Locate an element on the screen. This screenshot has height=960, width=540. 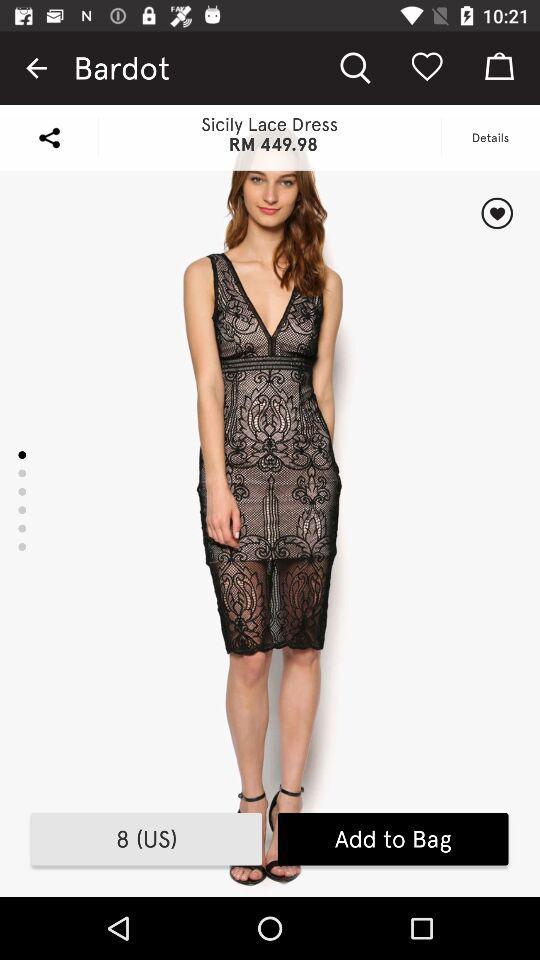
the share icon is located at coordinates (49, 136).